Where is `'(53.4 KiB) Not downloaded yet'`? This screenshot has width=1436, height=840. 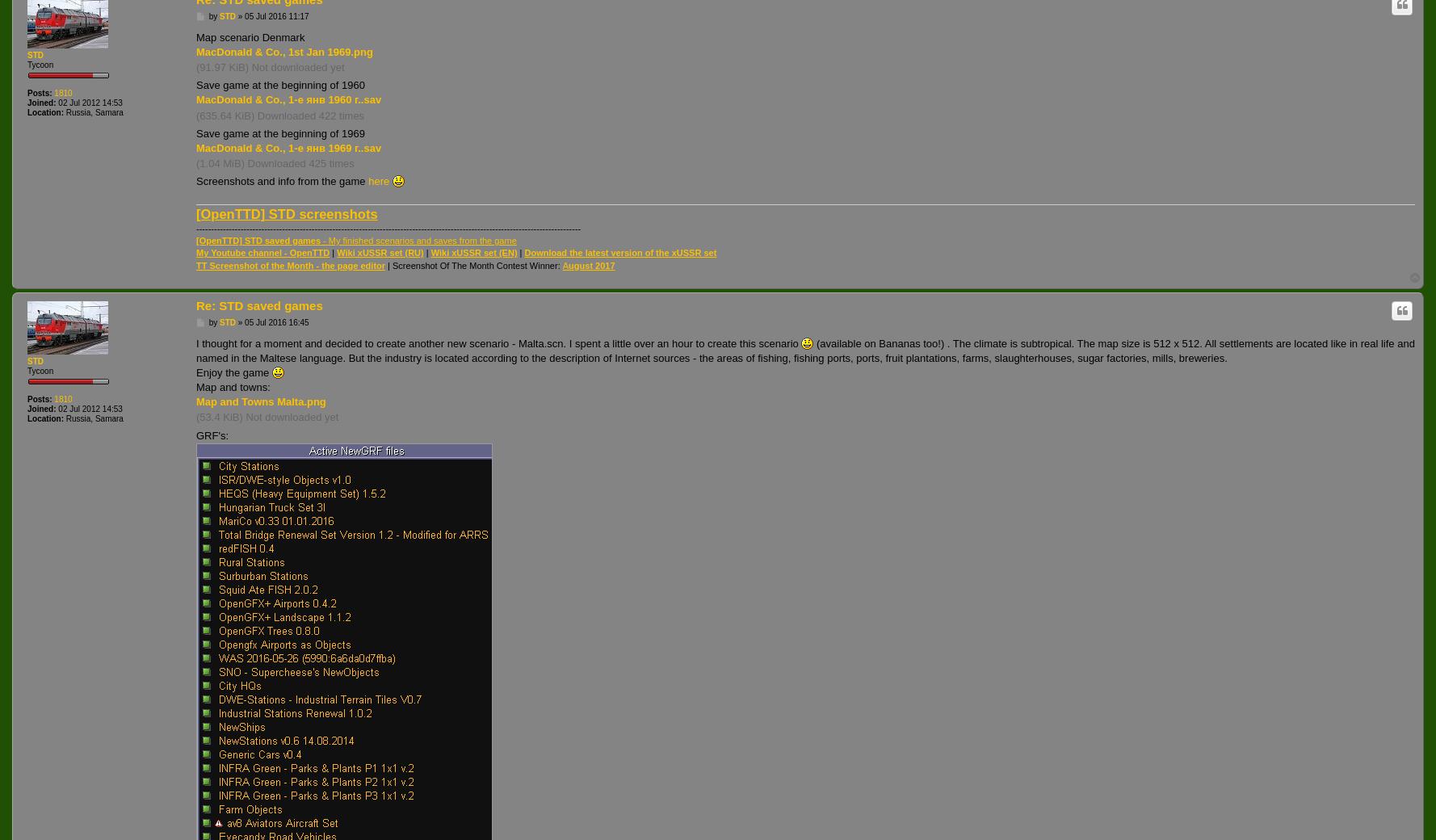 '(53.4 KiB) Not downloaded yet' is located at coordinates (267, 417).